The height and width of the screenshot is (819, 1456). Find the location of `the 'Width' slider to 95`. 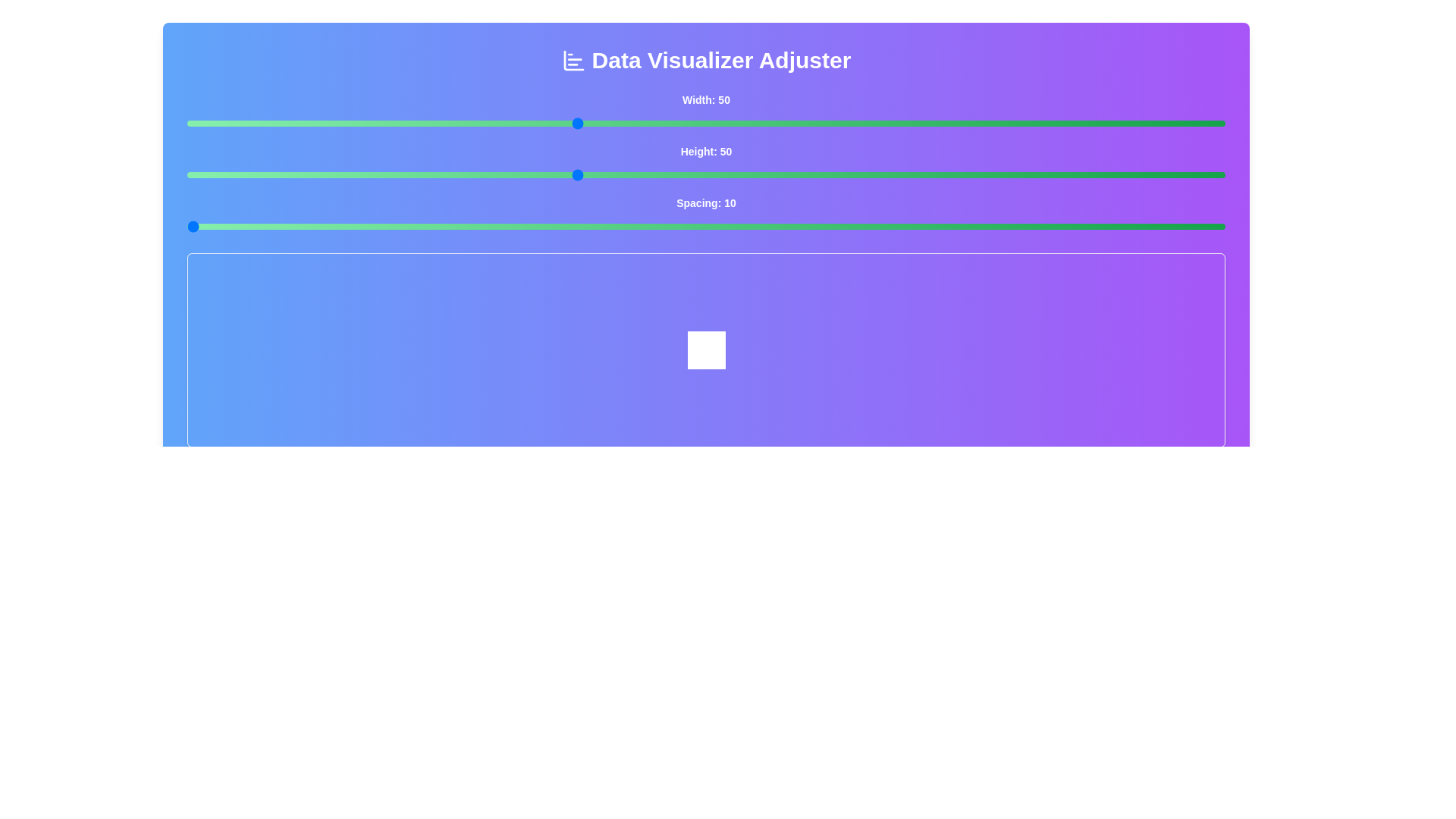

the 'Width' slider to 95 is located at coordinates (1159, 122).